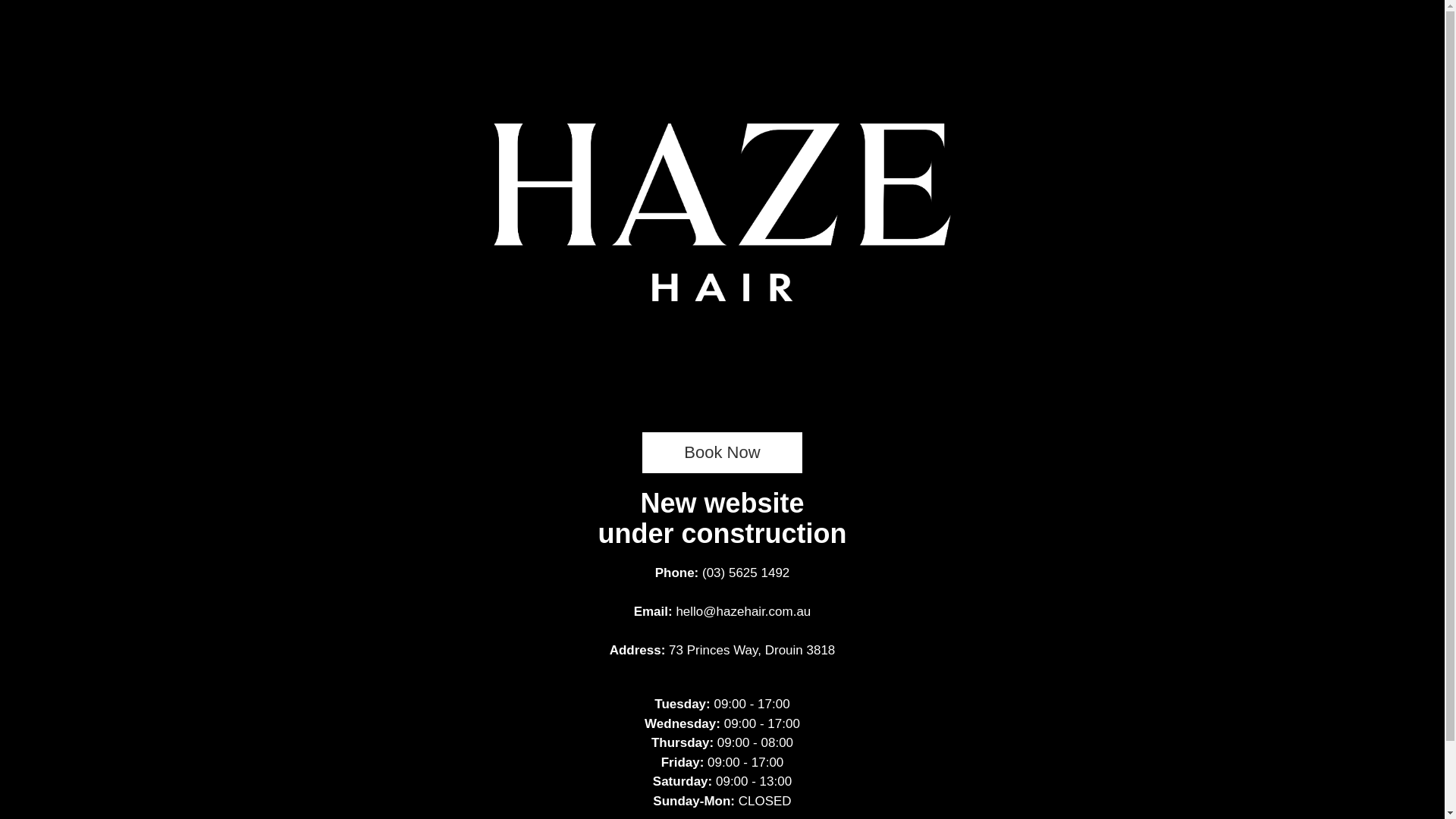 The image size is (1456, 819). Describe the element at coordinates (720, 452) in the screenshot. I see `'Book Now'` at that location.